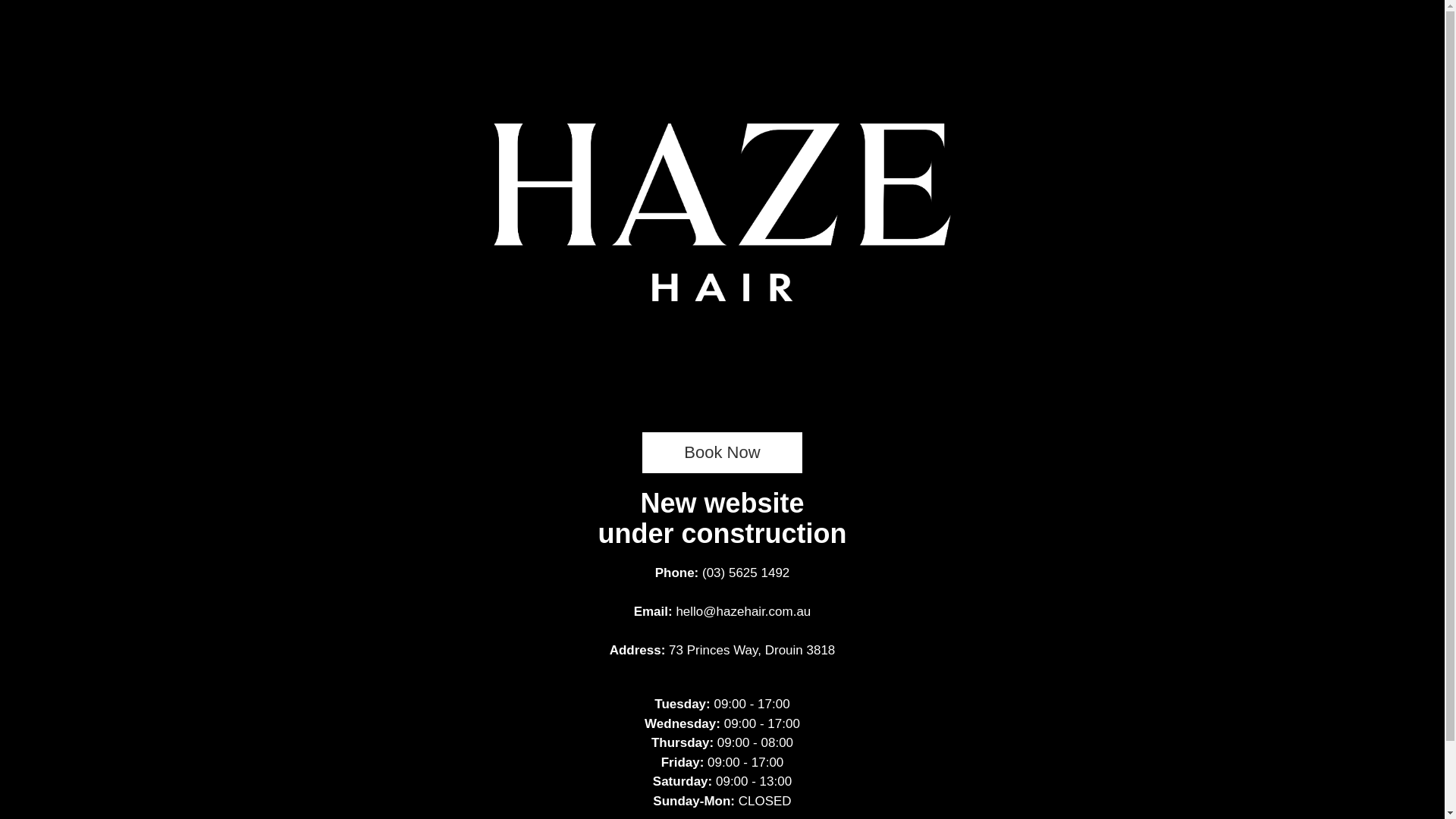 The image size is (1456, 819). Describe the element at coordinates (720, 452) in the screenshot. I see `'Book Now'` at that location.